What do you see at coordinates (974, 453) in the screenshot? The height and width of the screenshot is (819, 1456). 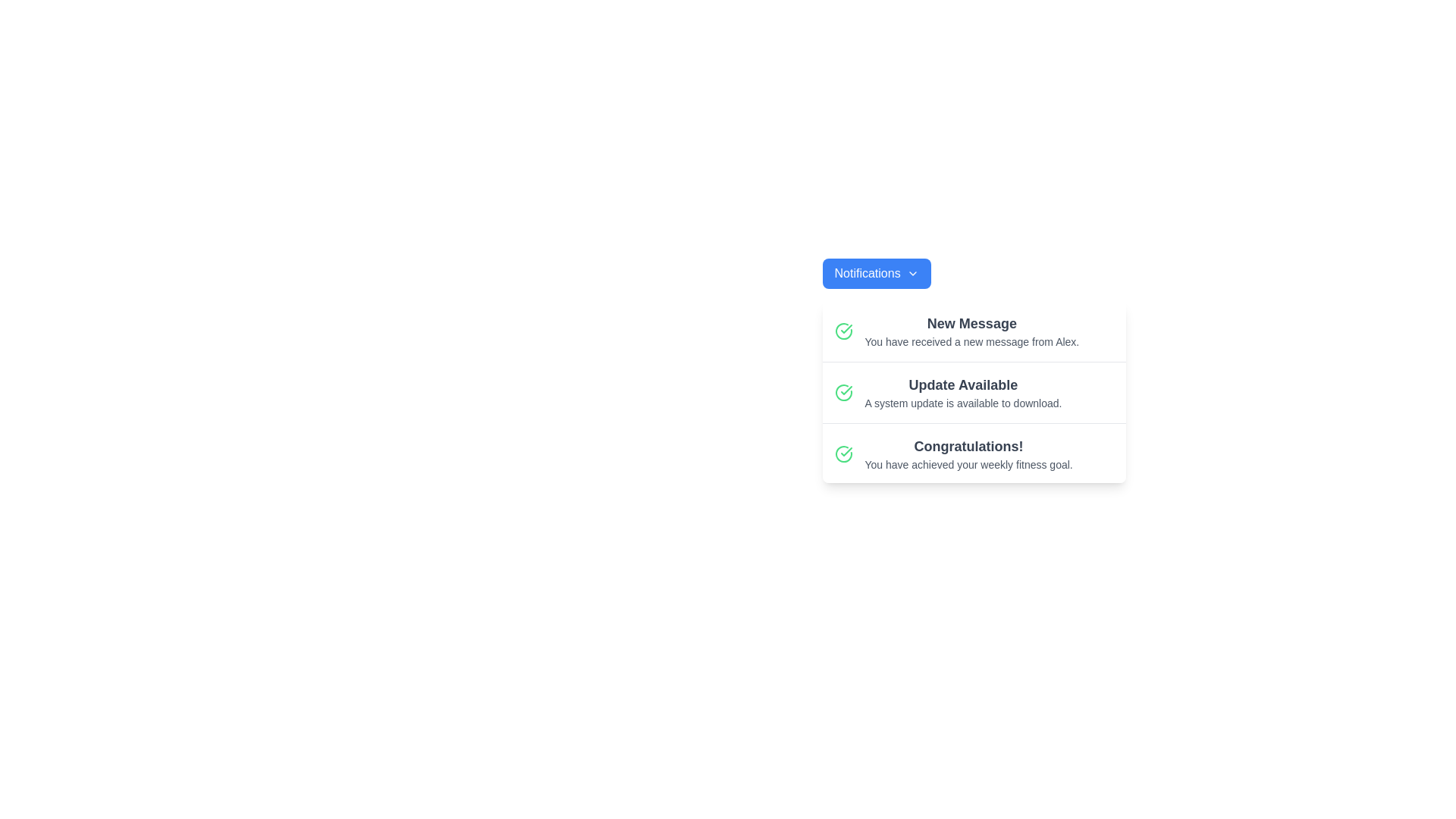 I see `congratulatory notification that displays 'Congratulations!' followed by 'You have achieved your weekly fitness goal.' located in the third position of the notification list` at bounding box center [974, 453].